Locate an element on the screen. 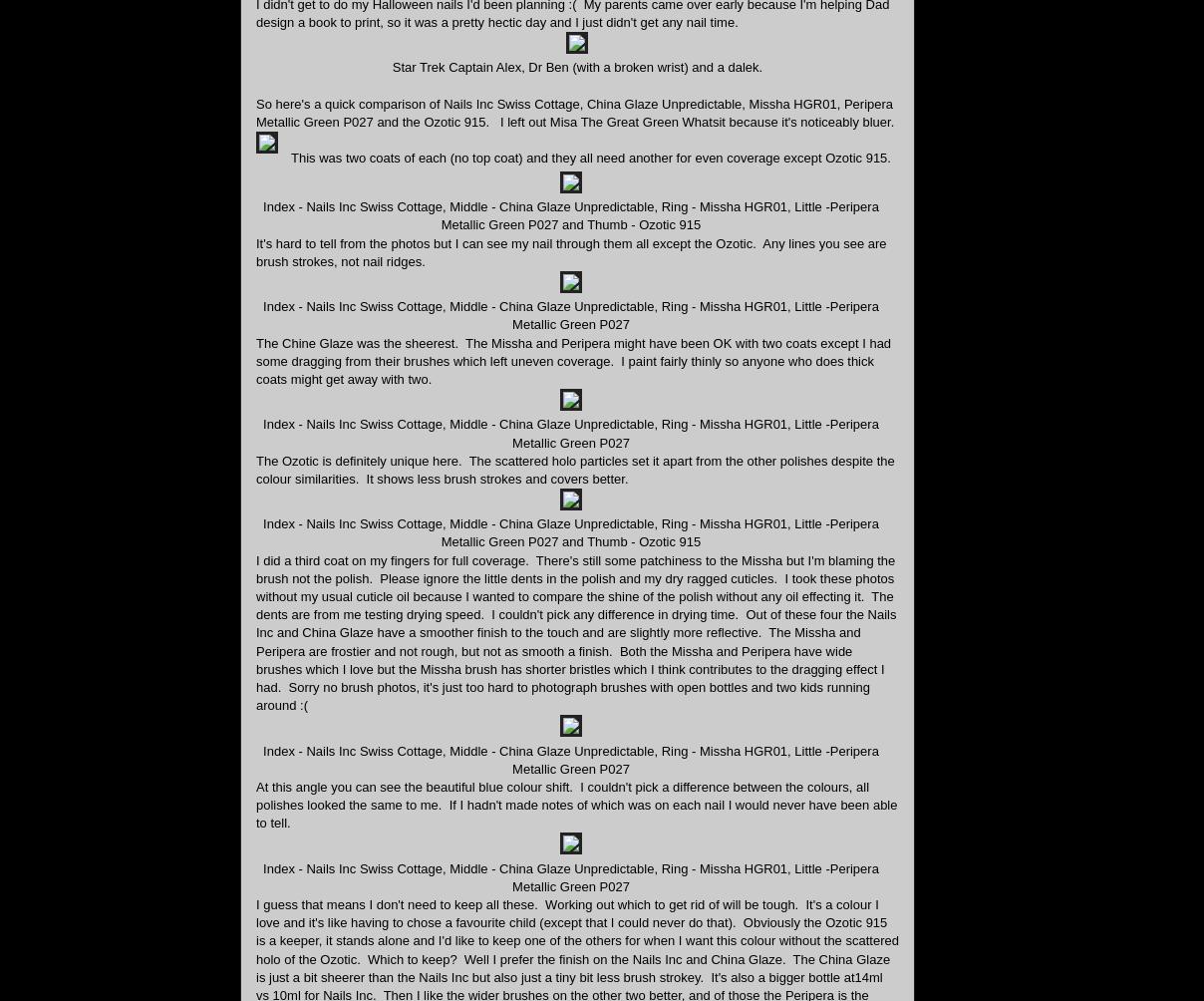 The height and width of the screenshot is (1001, 1204). 'It's hard to tell from the photos but I can see my nail through them all except the Ozotic.  Any lines you see are brush strokes, not nail ridges.' is located at coordinates (570, 251).